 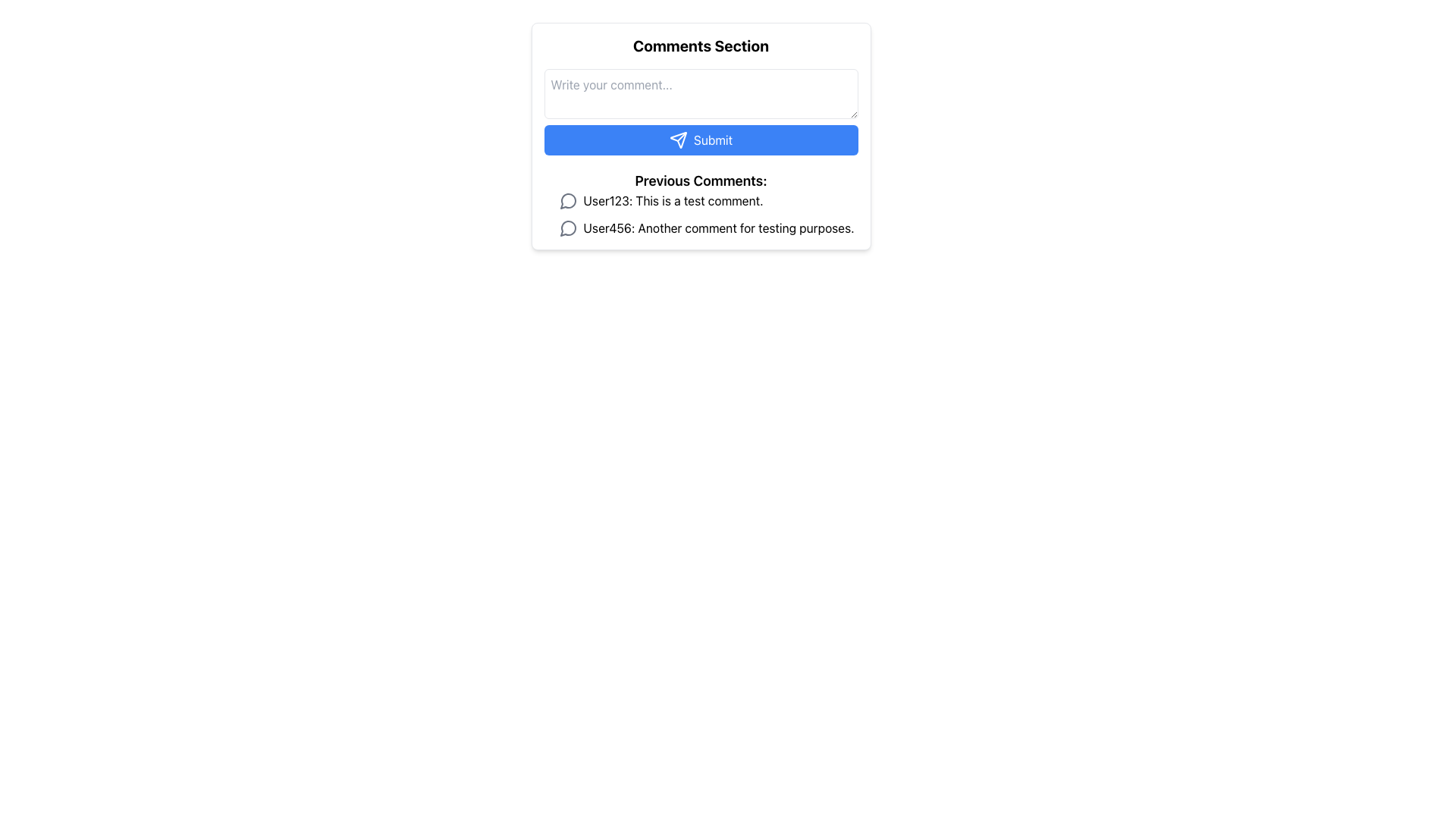 I want to click on the speech bubble icon that represents a comment or message, located to the left of 'User123: This is a test comment.', so click(x=566, y=200).